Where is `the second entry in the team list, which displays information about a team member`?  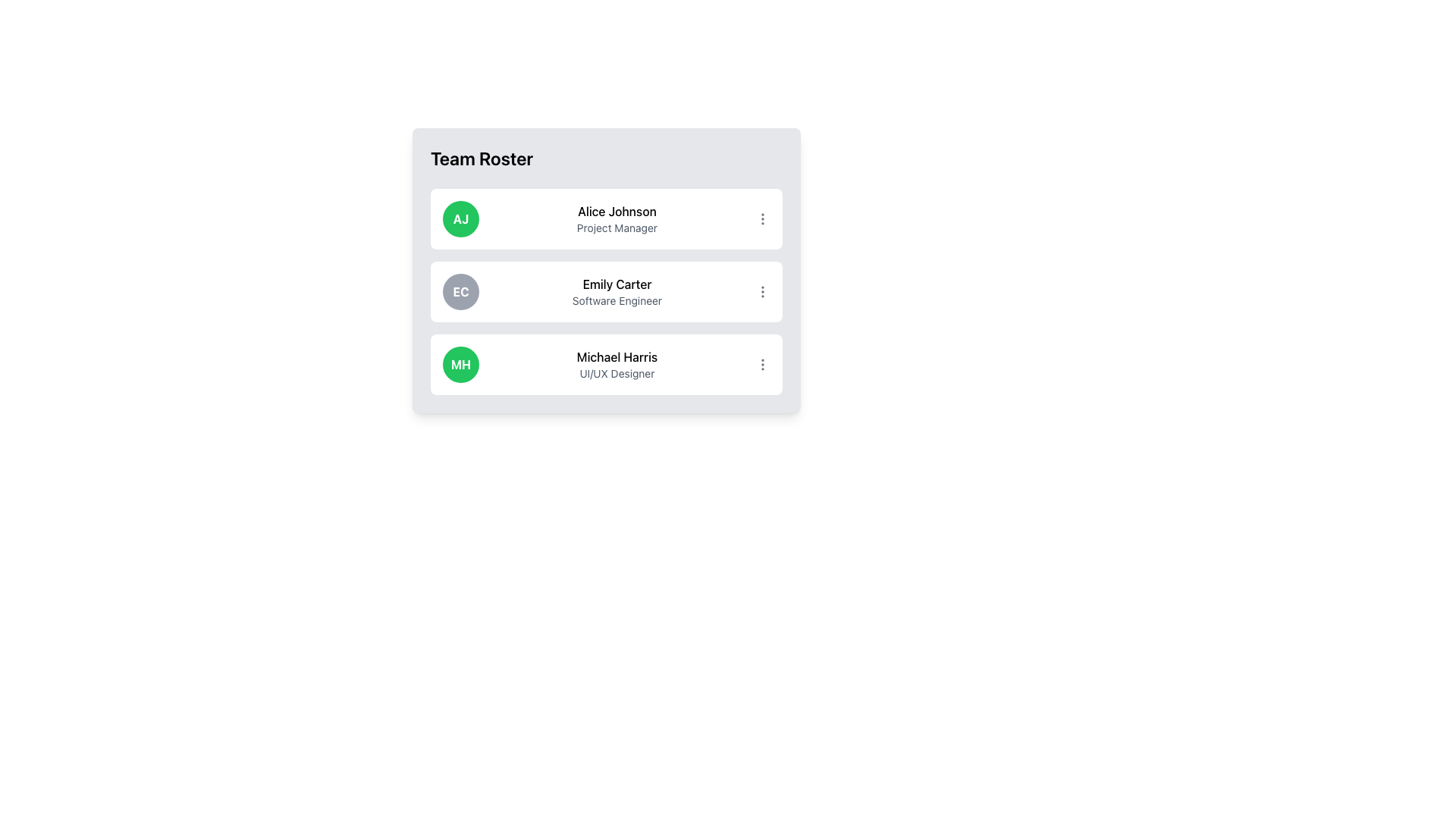 the second entry in the team list, which displays information about a team member is located at coordinates (607, 270).